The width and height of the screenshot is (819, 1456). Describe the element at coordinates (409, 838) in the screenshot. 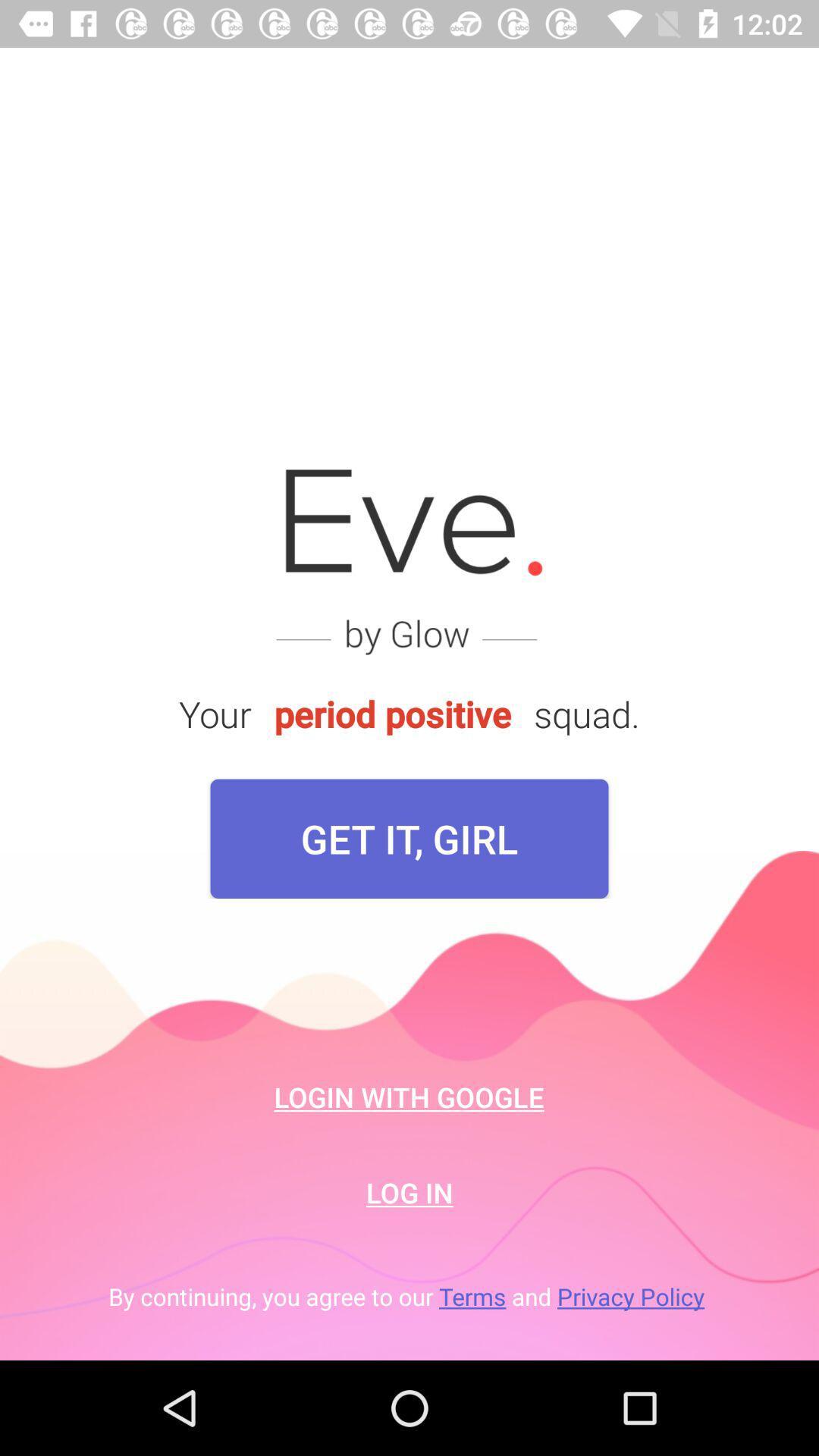

I see `get it, girl icon` at that location.